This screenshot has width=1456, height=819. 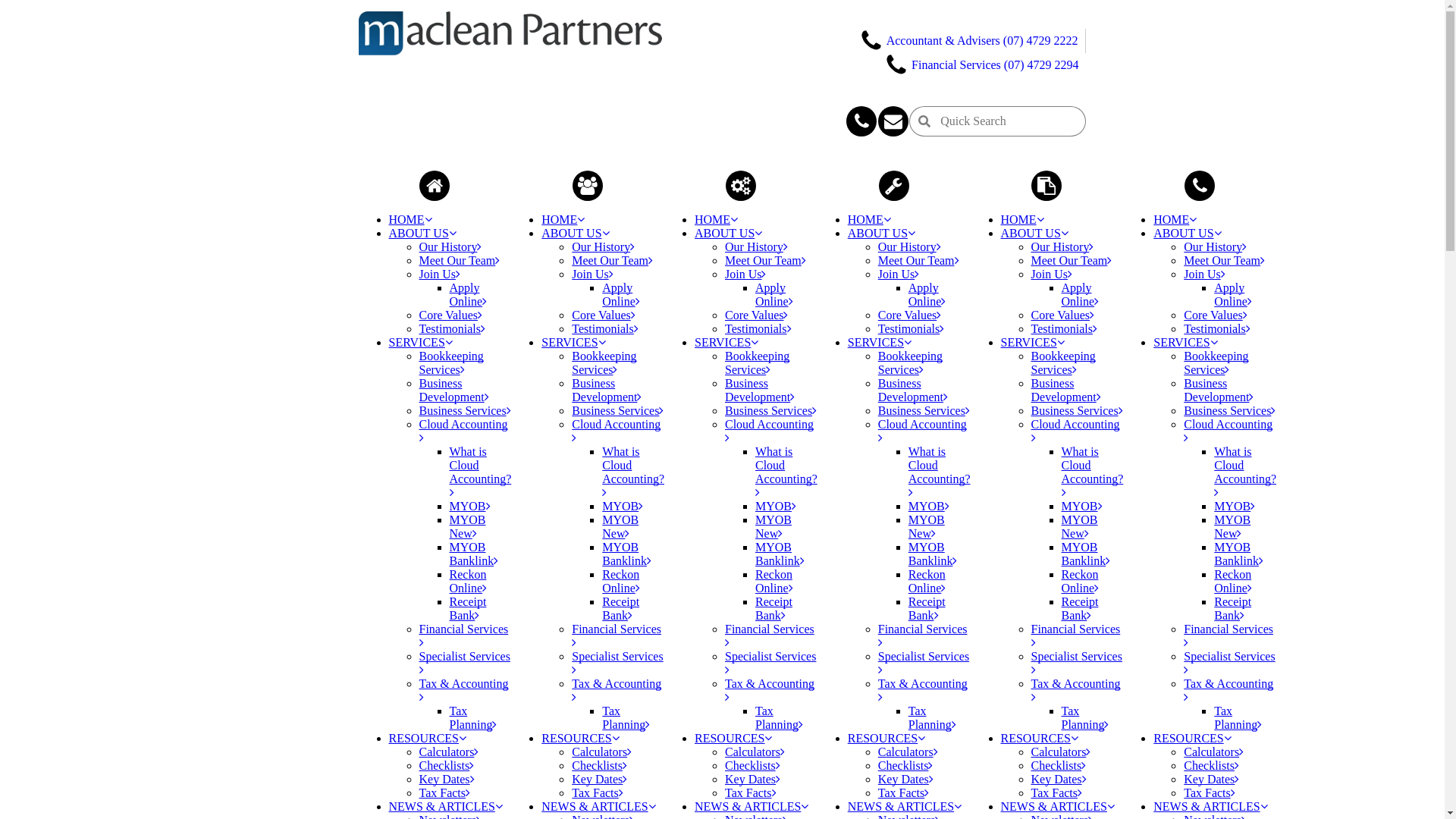 I want to click on 'Specialist Services', so click(x=770, y=662).